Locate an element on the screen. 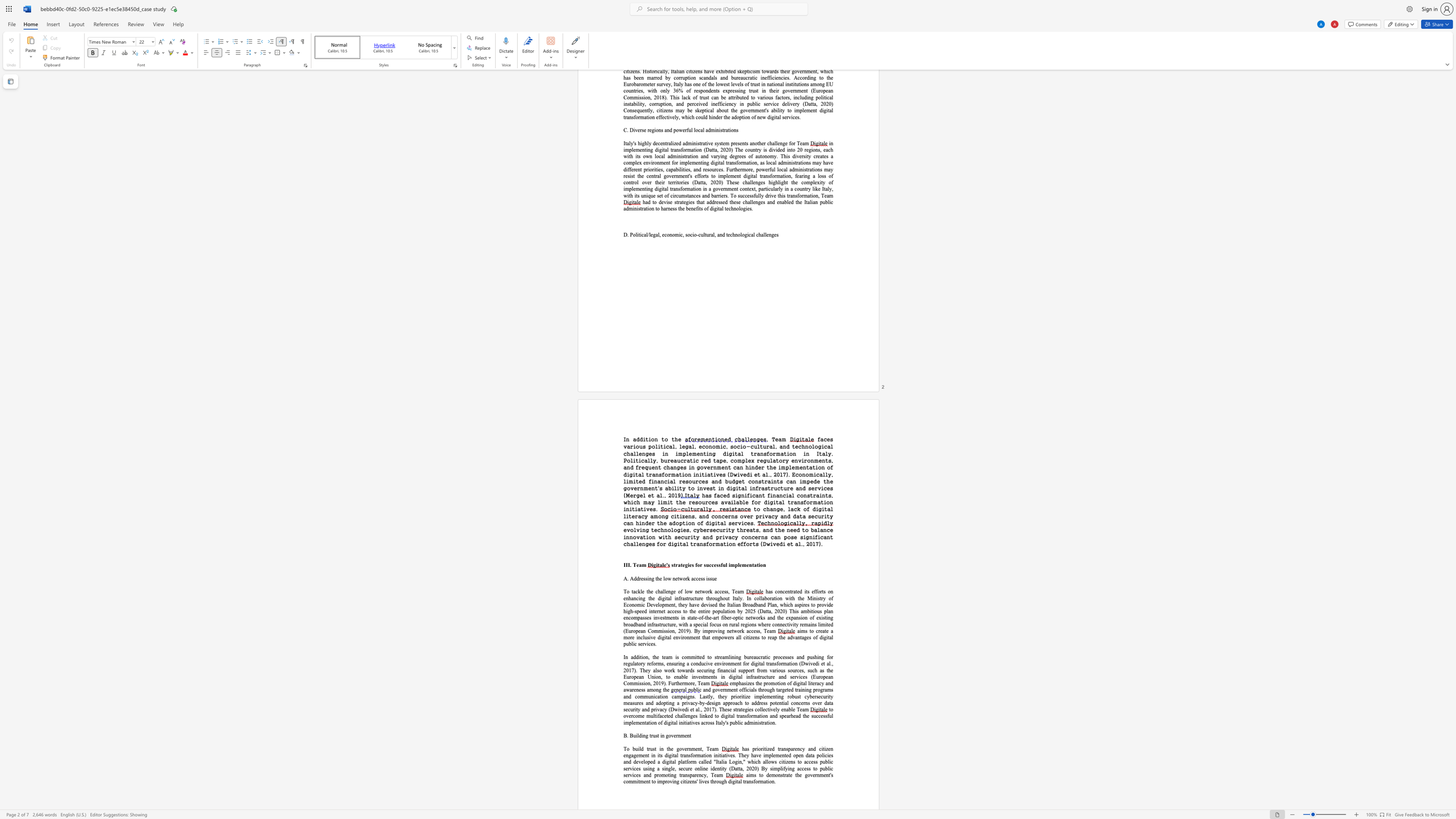  the subset text "ng programs and communication campaigns. Lastly, they prioritize implementing robust cybersecurity measures and adopting a privac" within the text "ficials through targeted training programs and communication campaigns. Lastly, they prioritize implementing robust cybersecurity measures and adopting a privacy-by-design approach to address potential concerns over data security and privacy (Dwivedi et al., 2017). These strategies collectively enable Team" is located at coordinates (806, 690).